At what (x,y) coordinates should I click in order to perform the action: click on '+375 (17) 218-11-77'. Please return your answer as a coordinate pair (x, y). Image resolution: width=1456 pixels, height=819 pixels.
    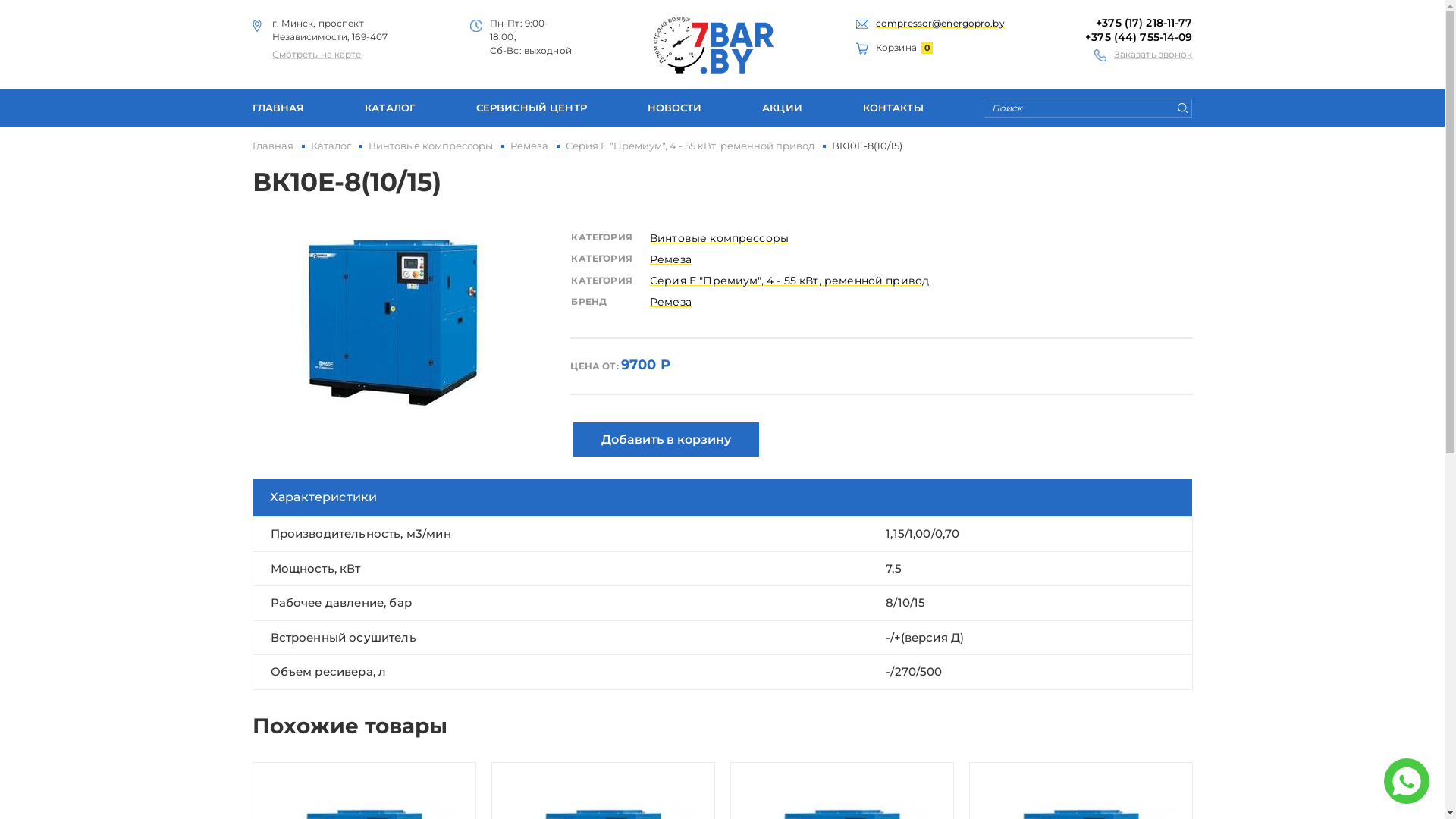
    Looking at the image, I should click on (1144, 23).